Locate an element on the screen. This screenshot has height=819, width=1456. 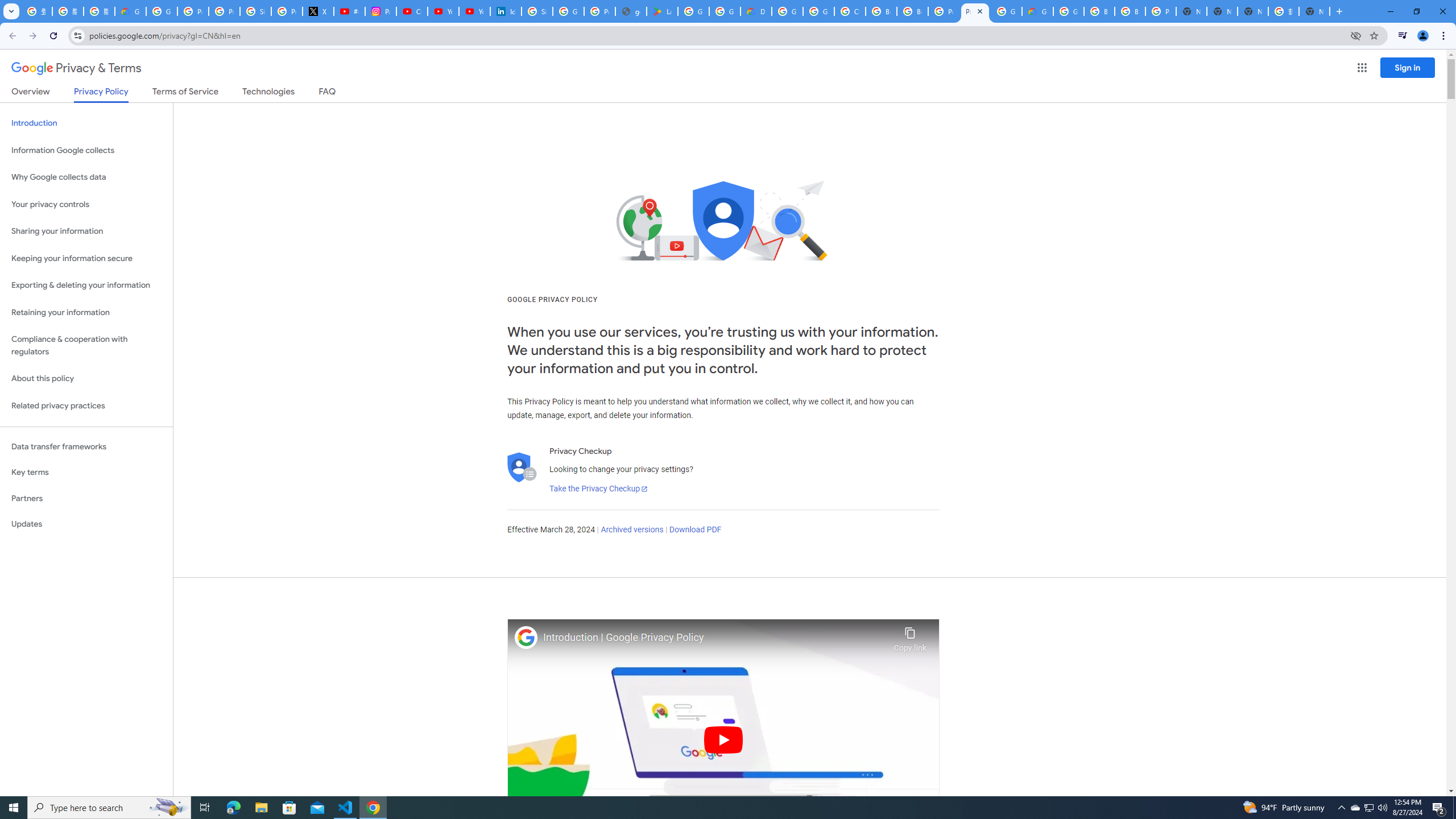
'Privacy Help Center - Policies Help' is located at coordinates (224, 11).